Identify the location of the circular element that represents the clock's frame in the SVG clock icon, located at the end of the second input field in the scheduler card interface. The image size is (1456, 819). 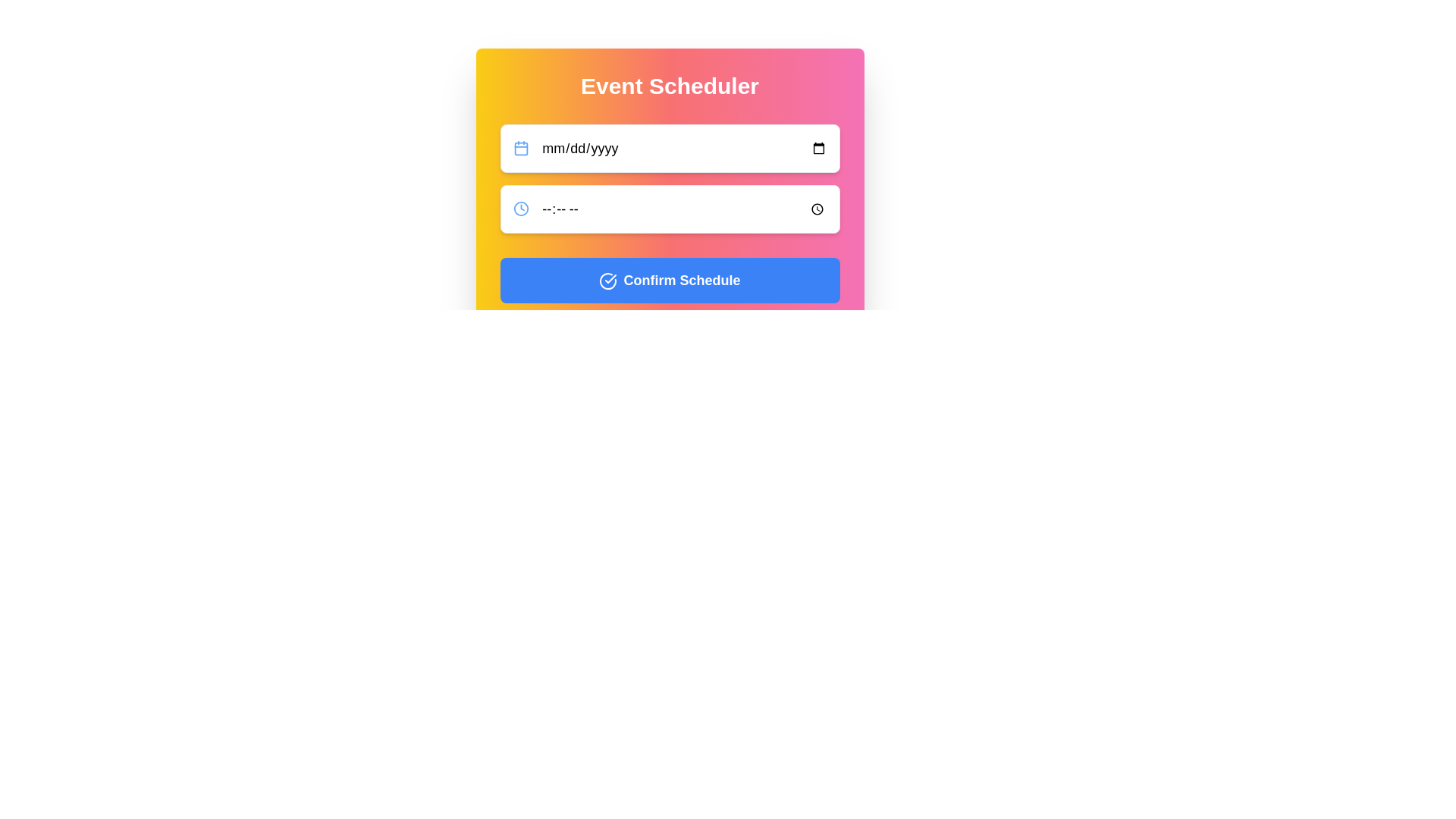
(521, 209).